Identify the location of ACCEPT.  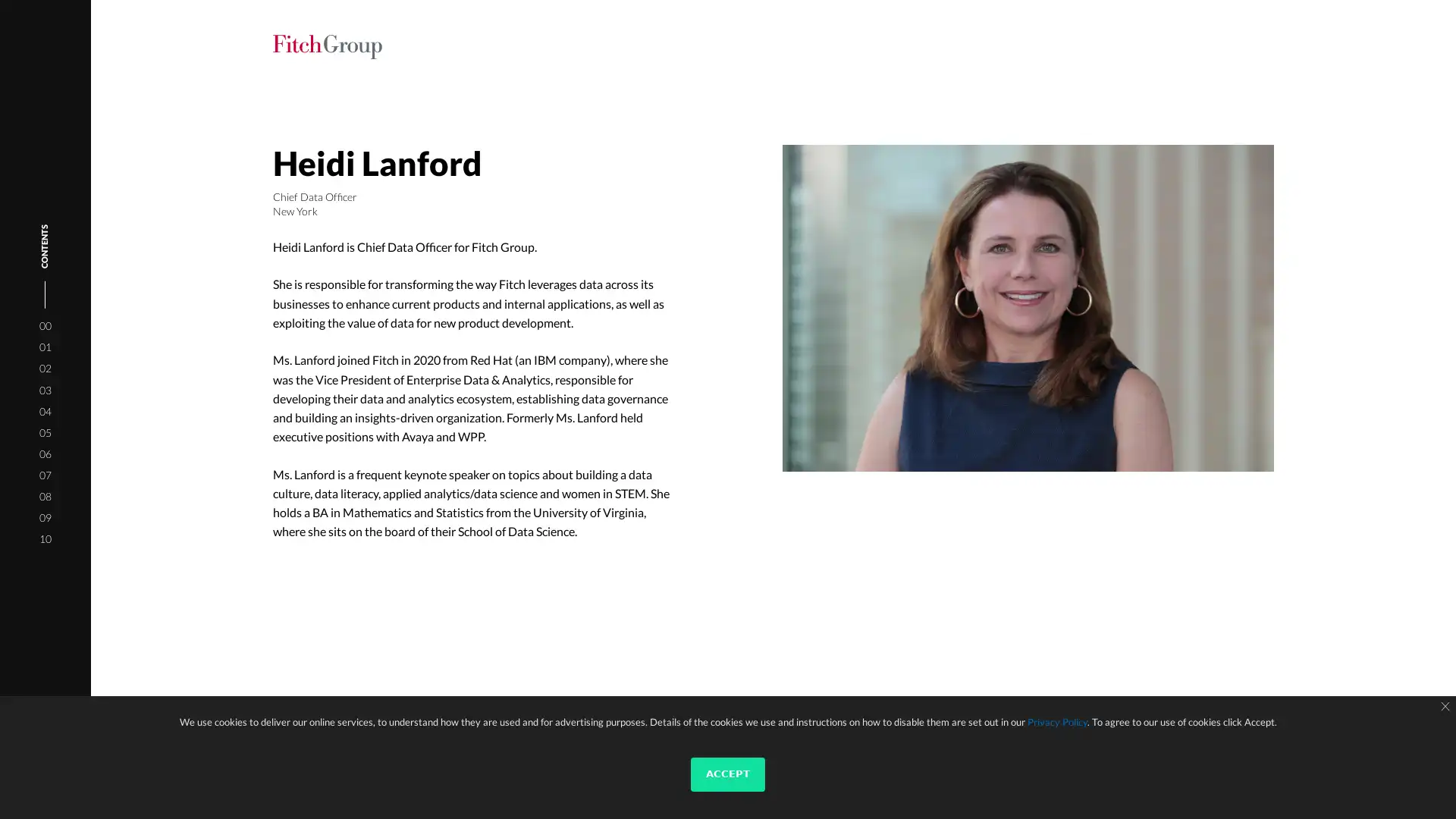
(728, 774).